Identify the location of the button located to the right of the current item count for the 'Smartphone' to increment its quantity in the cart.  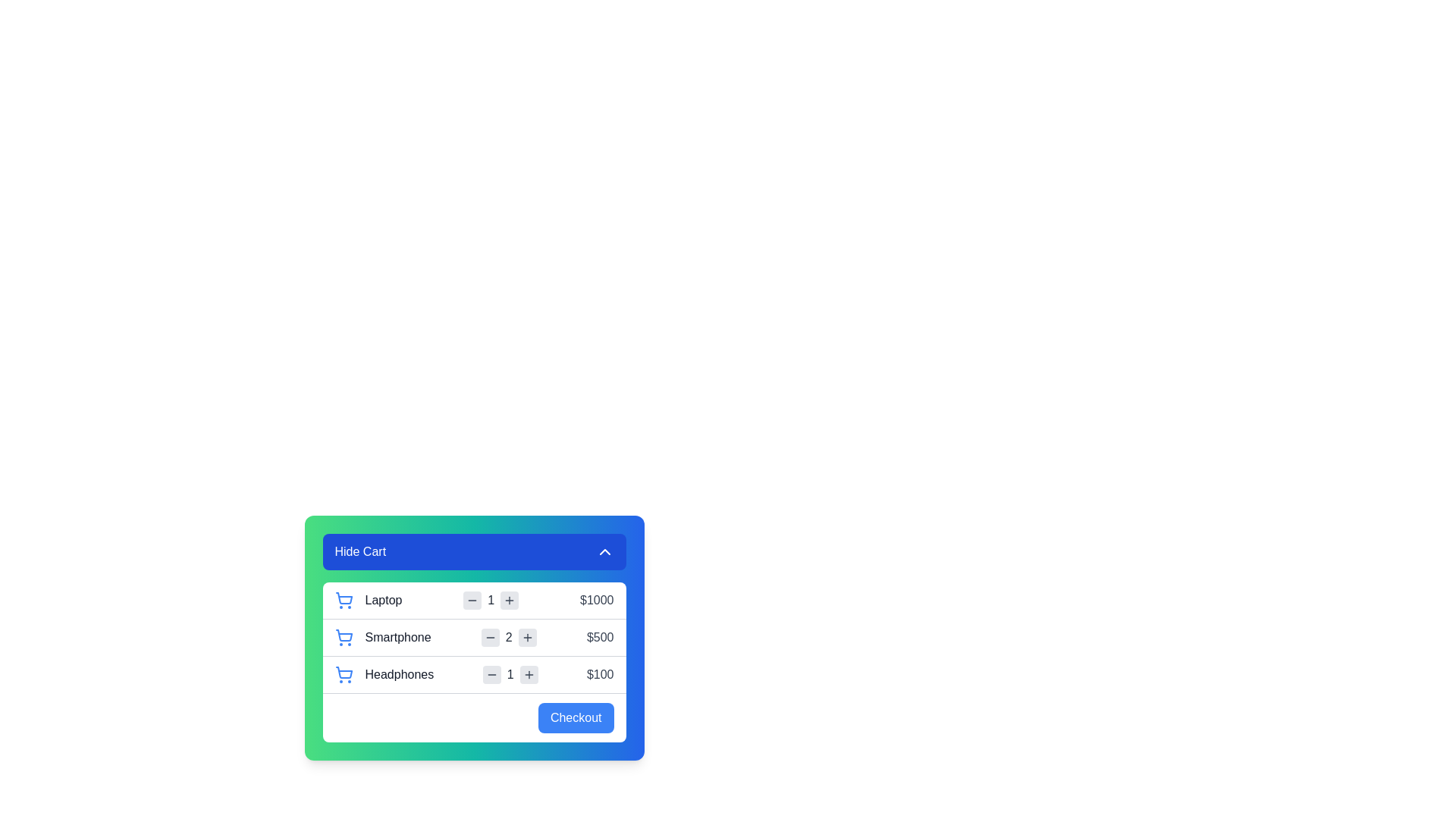
(527, 637).